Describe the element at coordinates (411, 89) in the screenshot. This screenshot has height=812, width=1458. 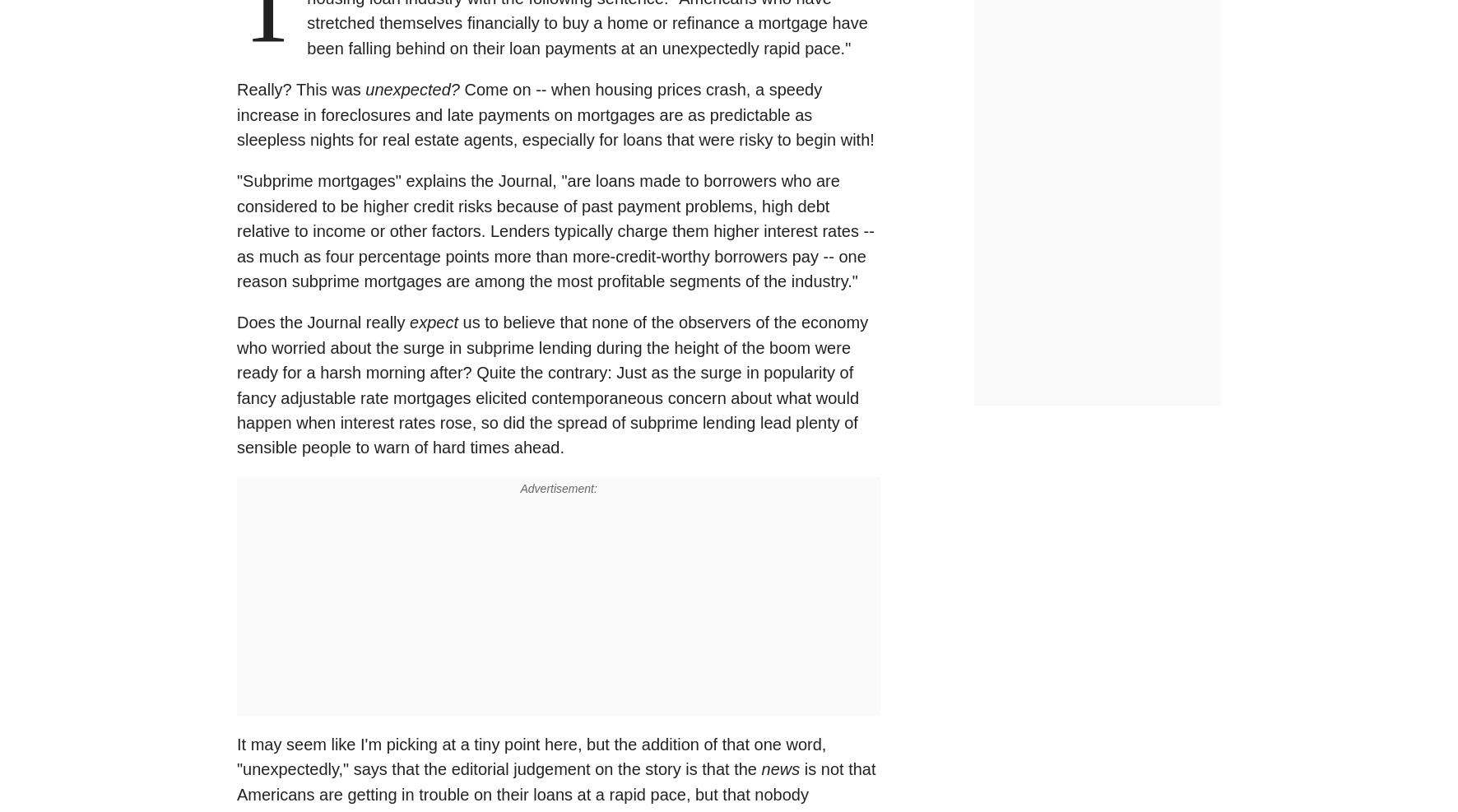
I see `'unexpected?'` at that location.